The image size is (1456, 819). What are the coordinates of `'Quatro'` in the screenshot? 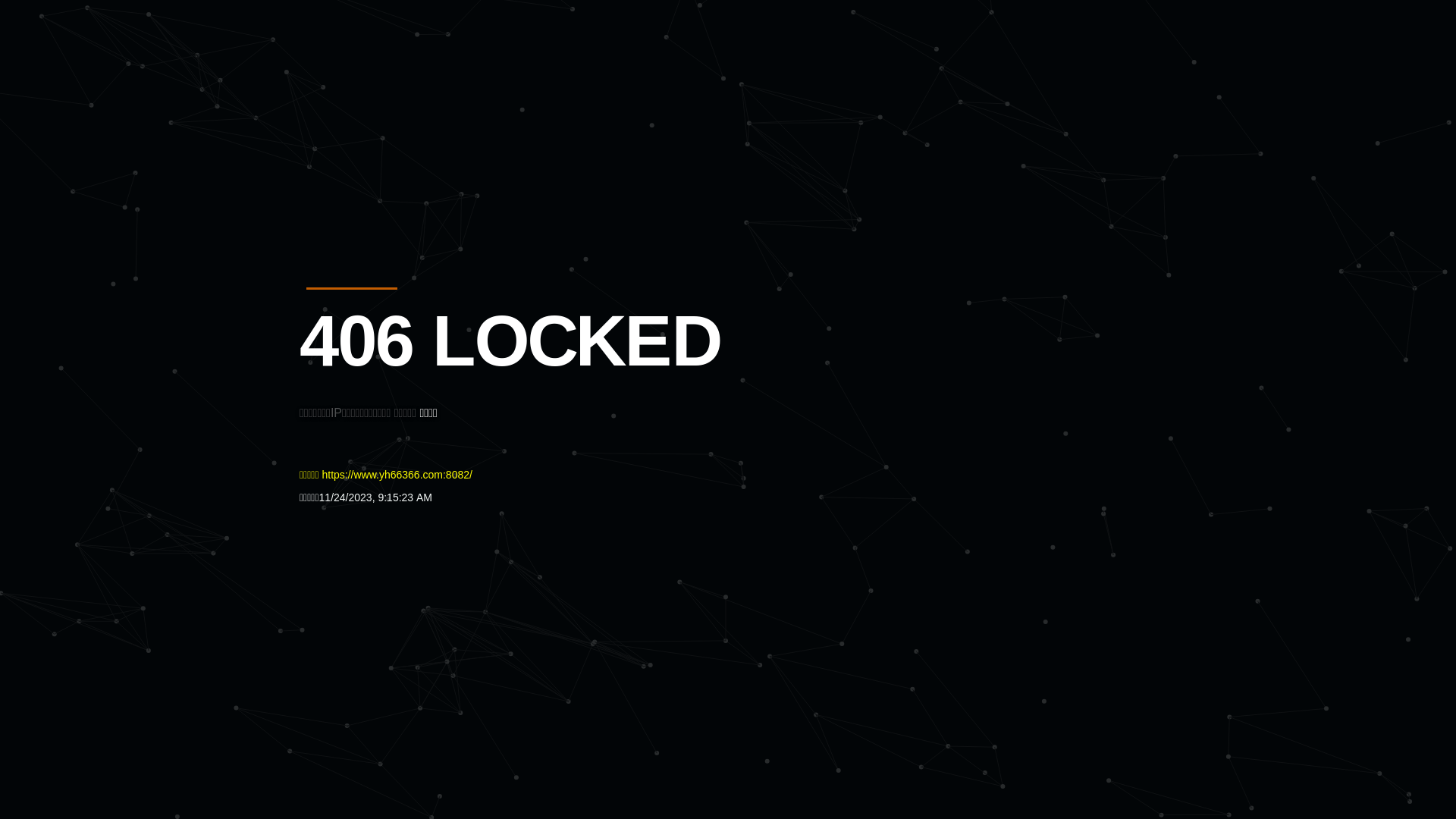 It's located at (411, 86).